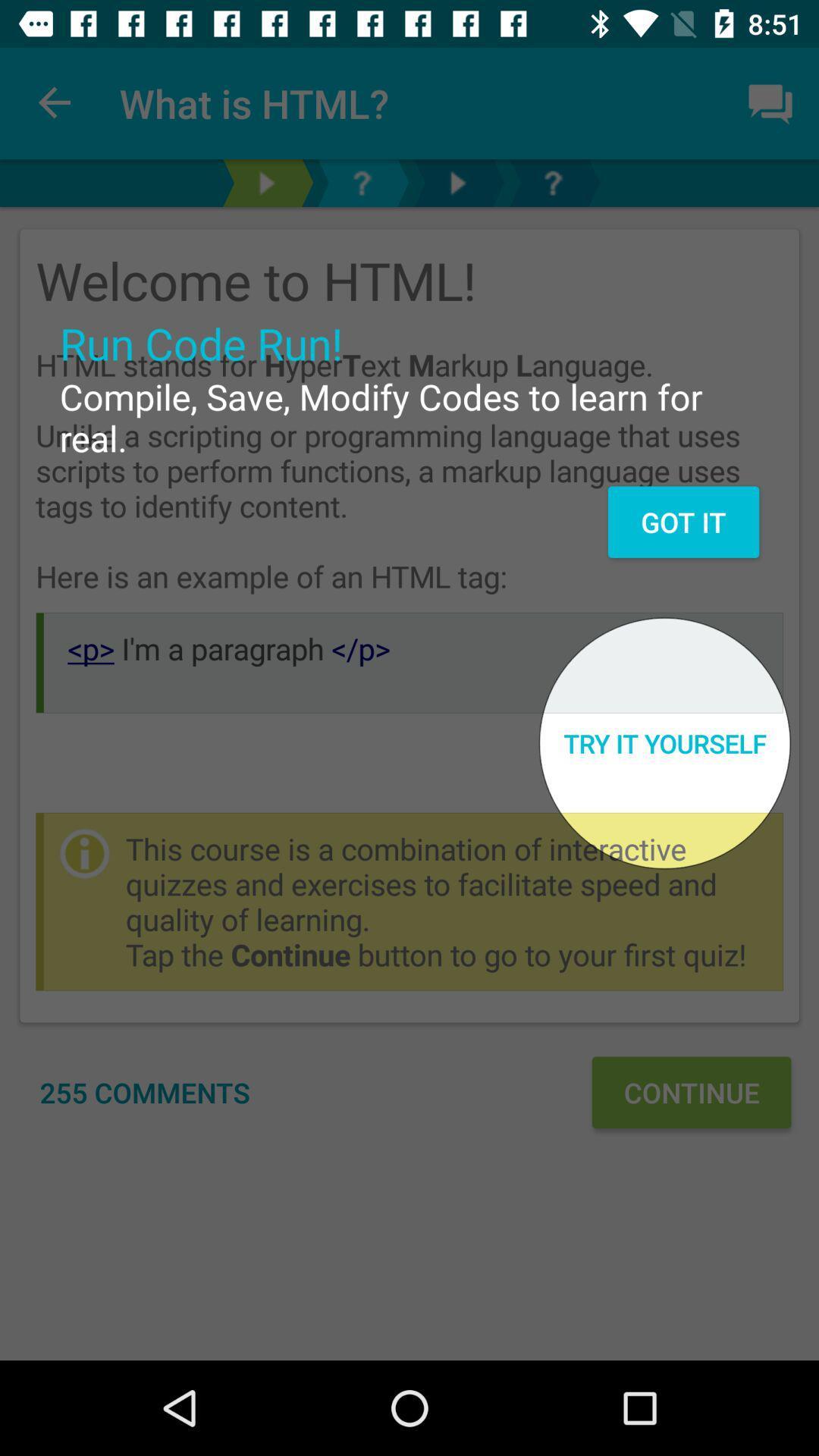 The width and height of the screenshot is (819, 1456). Describe the element at coordinates (265, 182) in the screenshot. I see `go next` at that location.